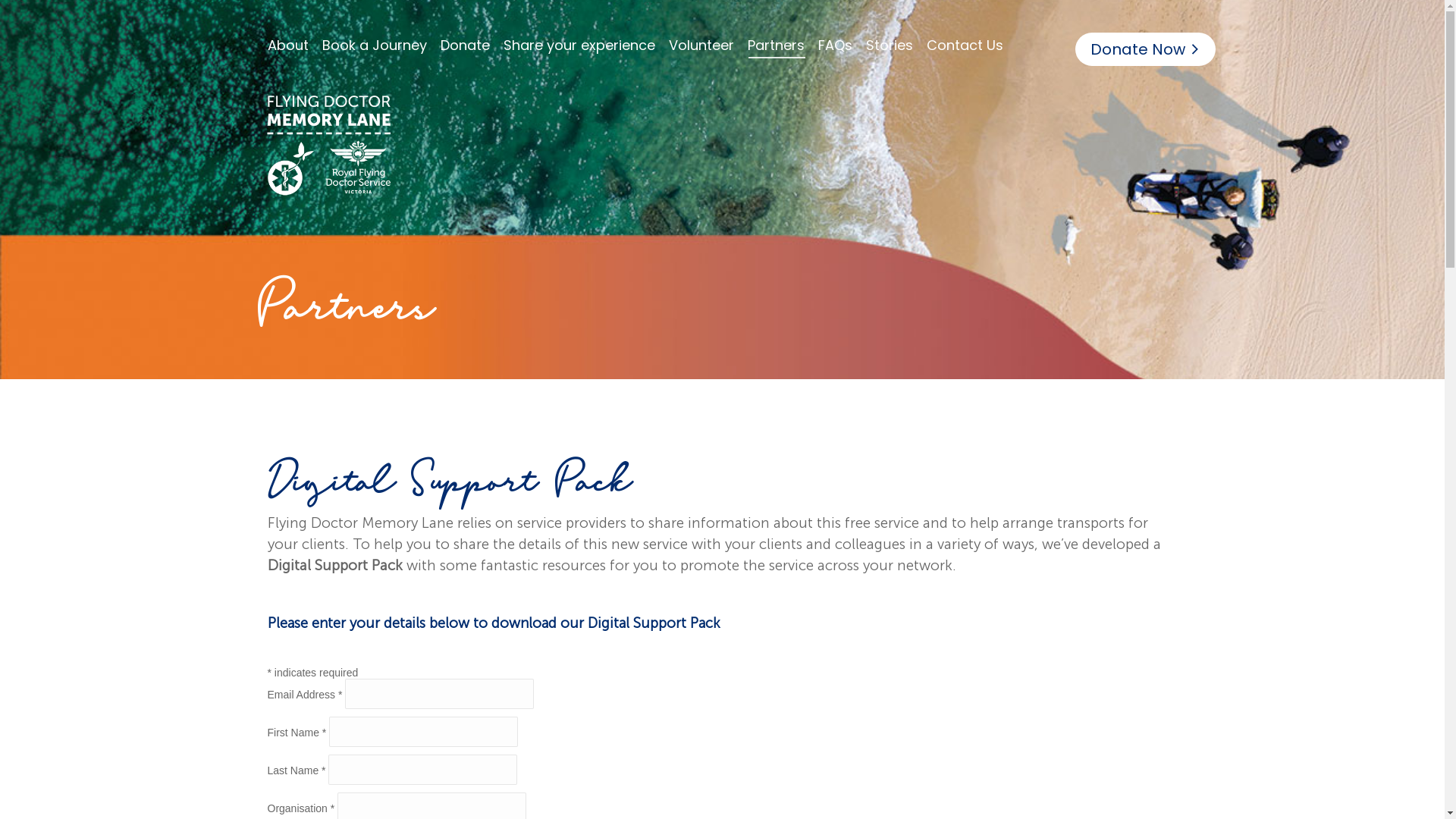  I want to click on 'Book a Journey', so click(320, 45).